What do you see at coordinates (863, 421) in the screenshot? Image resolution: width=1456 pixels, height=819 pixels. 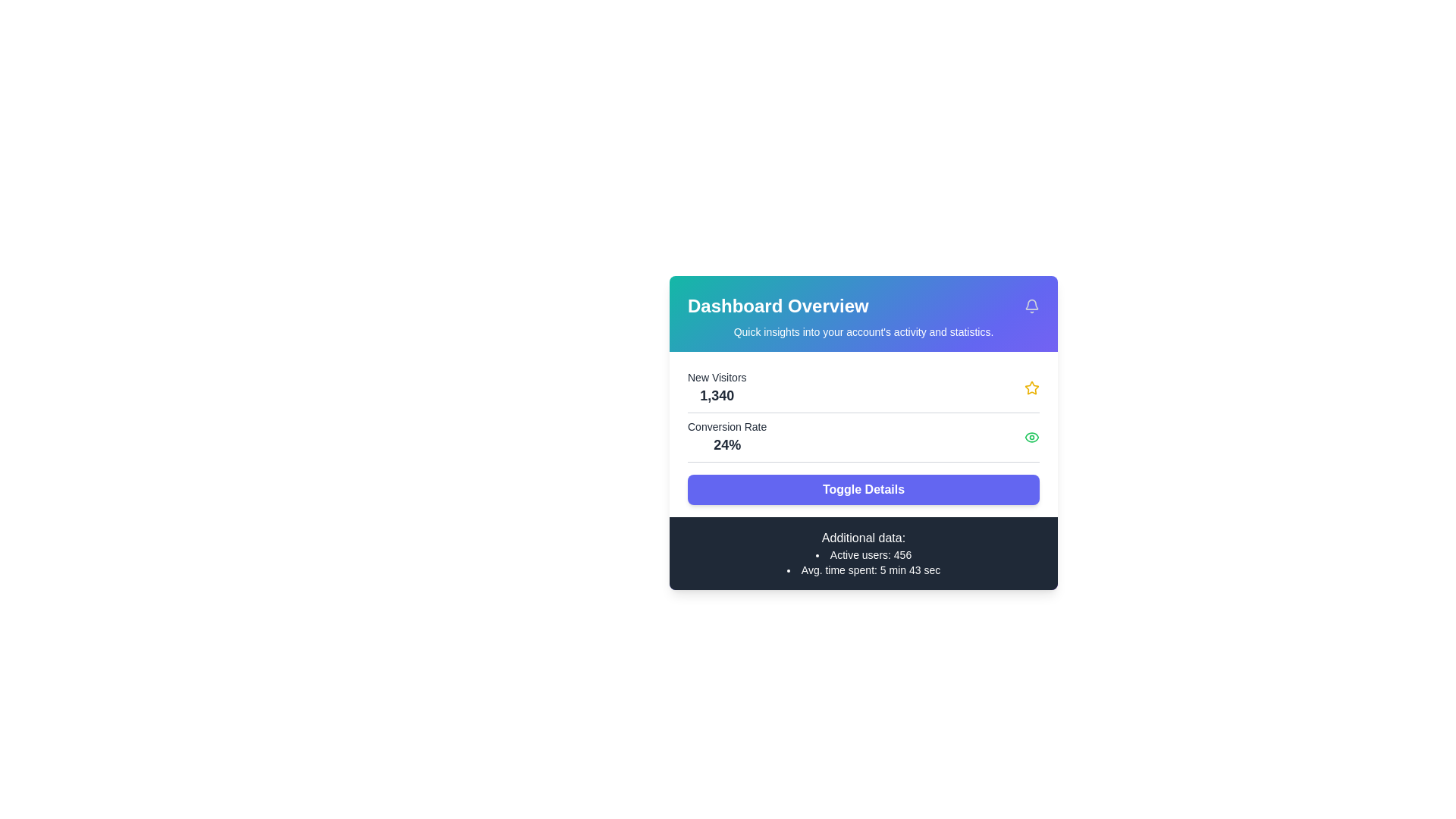 I see `an event-triggering element within the Overview panel, which displays key metrics and insights related to account activity` at bounding box center [863, 421].